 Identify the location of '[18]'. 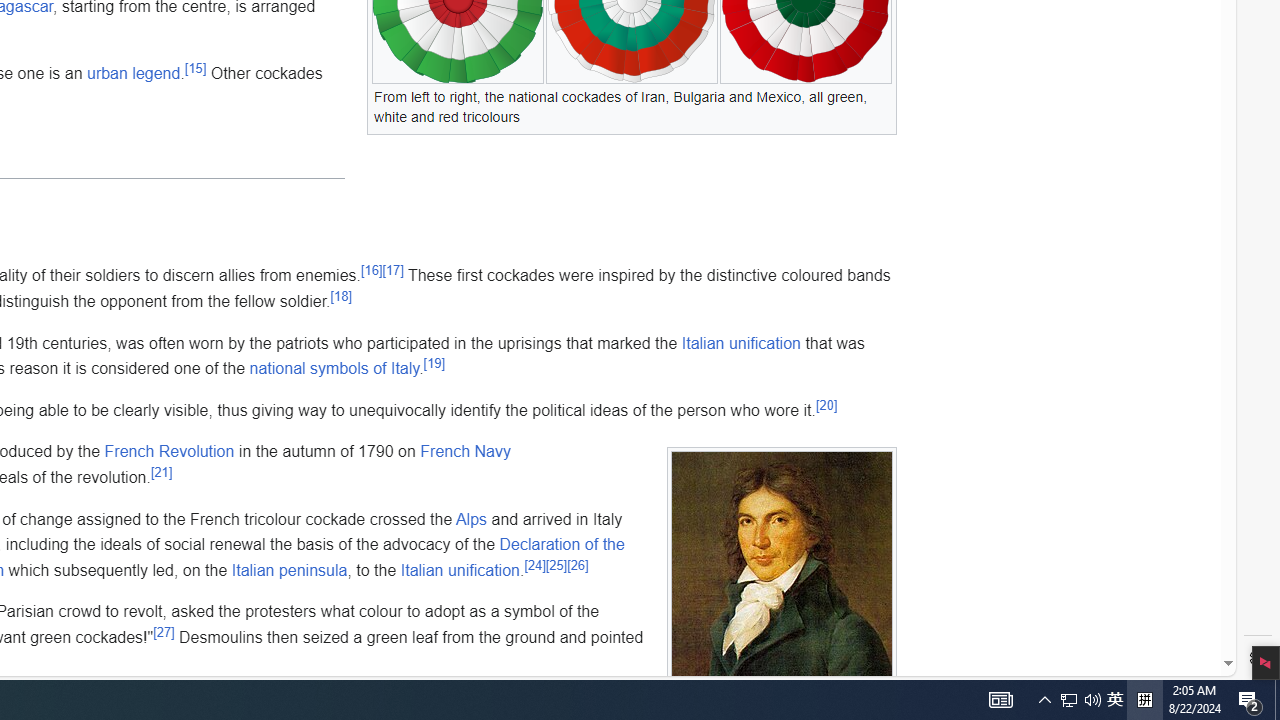
(341, 295).